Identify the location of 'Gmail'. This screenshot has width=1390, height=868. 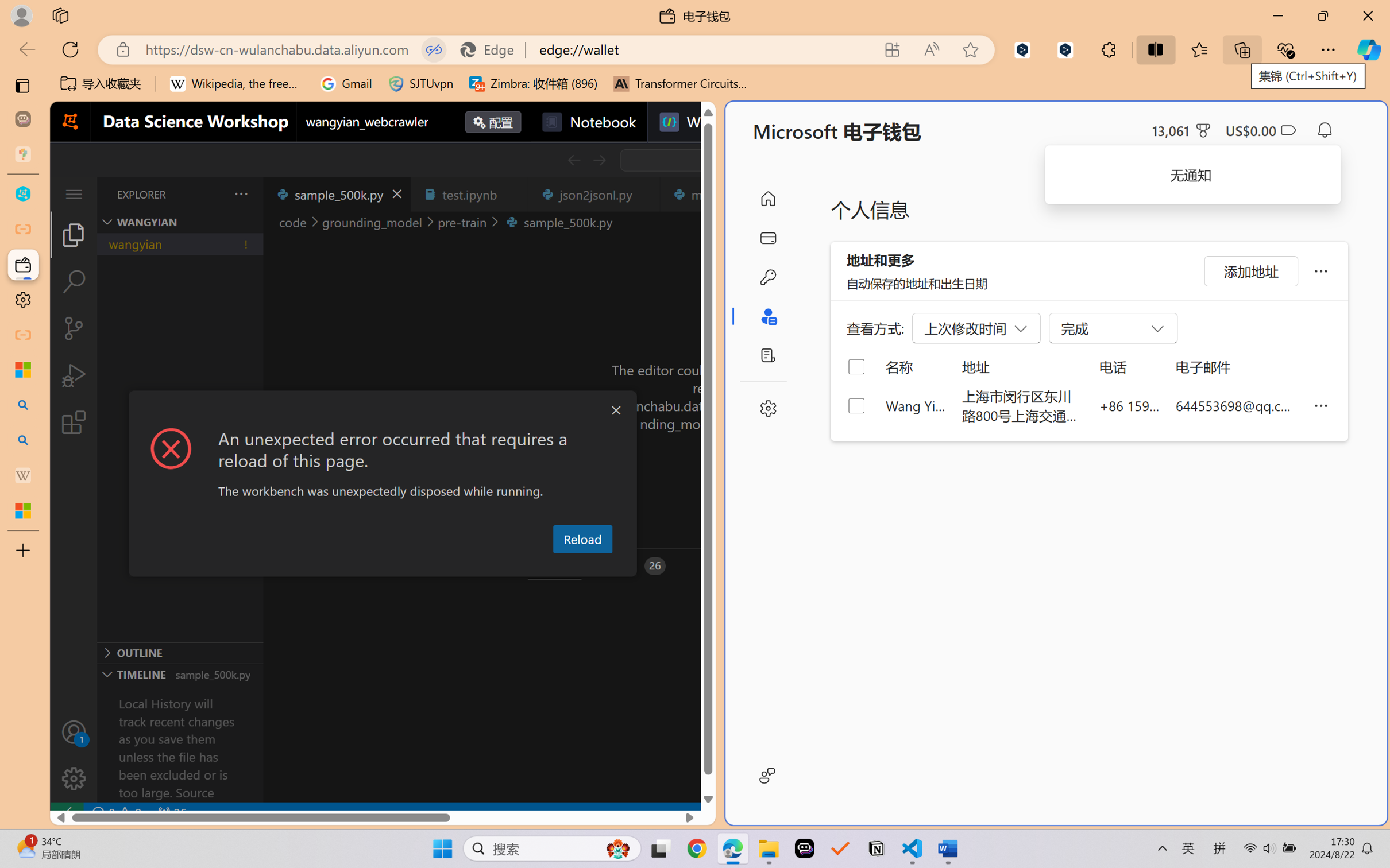
(345, 83).